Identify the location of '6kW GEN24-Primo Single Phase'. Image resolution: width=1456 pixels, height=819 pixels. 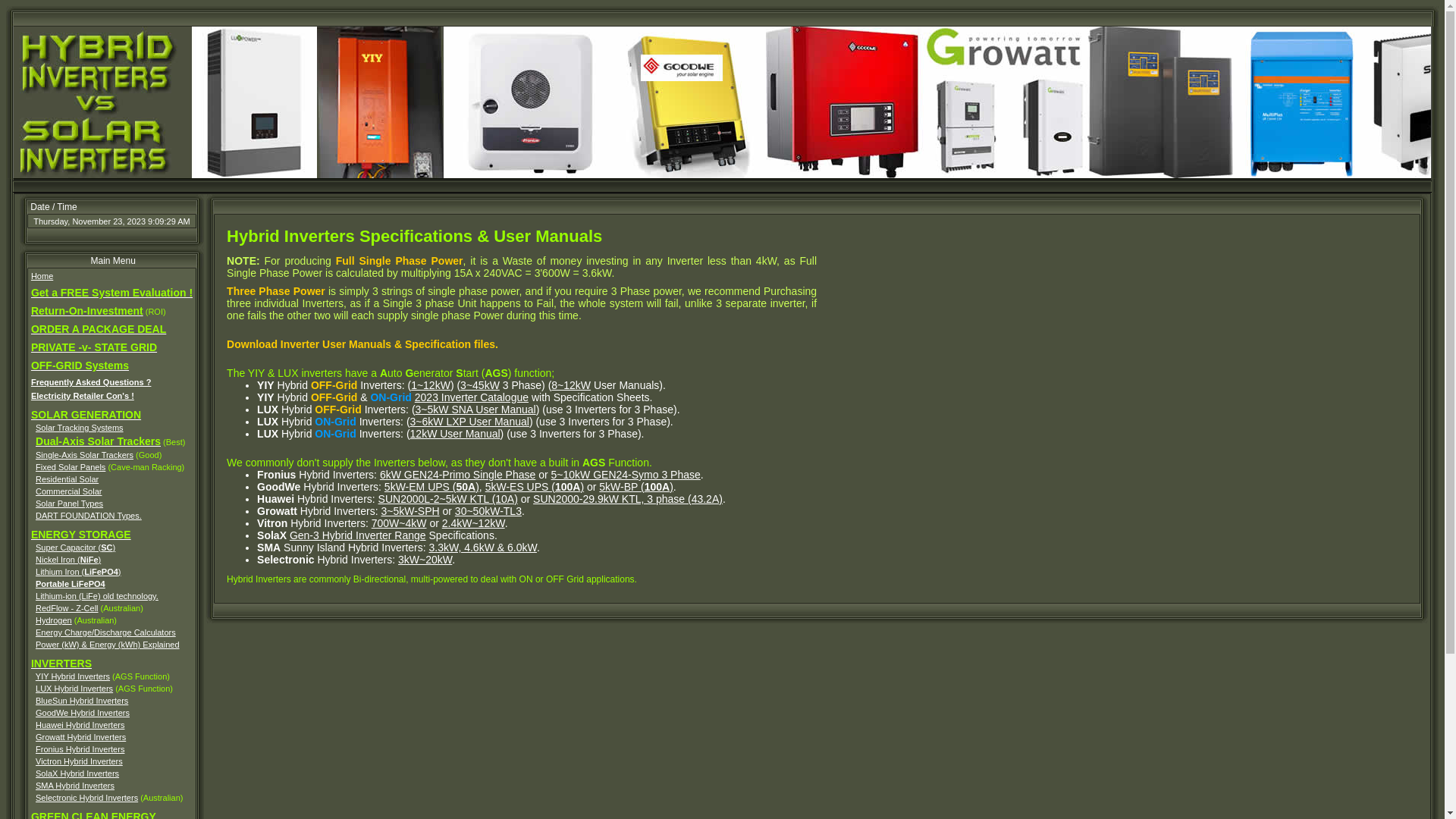
(379, 473).